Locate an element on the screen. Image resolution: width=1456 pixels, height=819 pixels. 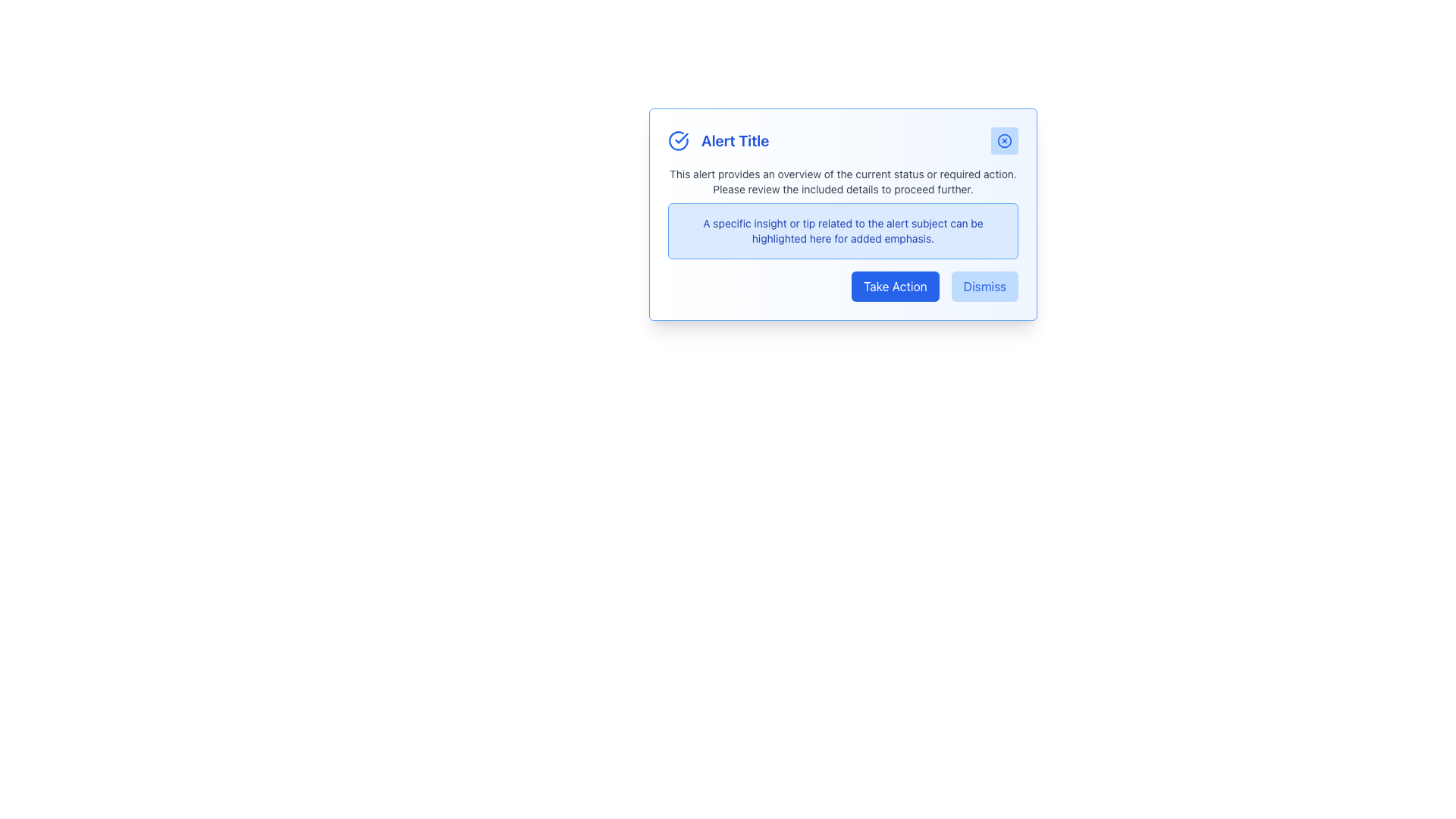
the text label 'Alert Title' which is styled in blue, bold, and larger font, located at the top-left corner of the dialog box is located at coordinates (735, 140).